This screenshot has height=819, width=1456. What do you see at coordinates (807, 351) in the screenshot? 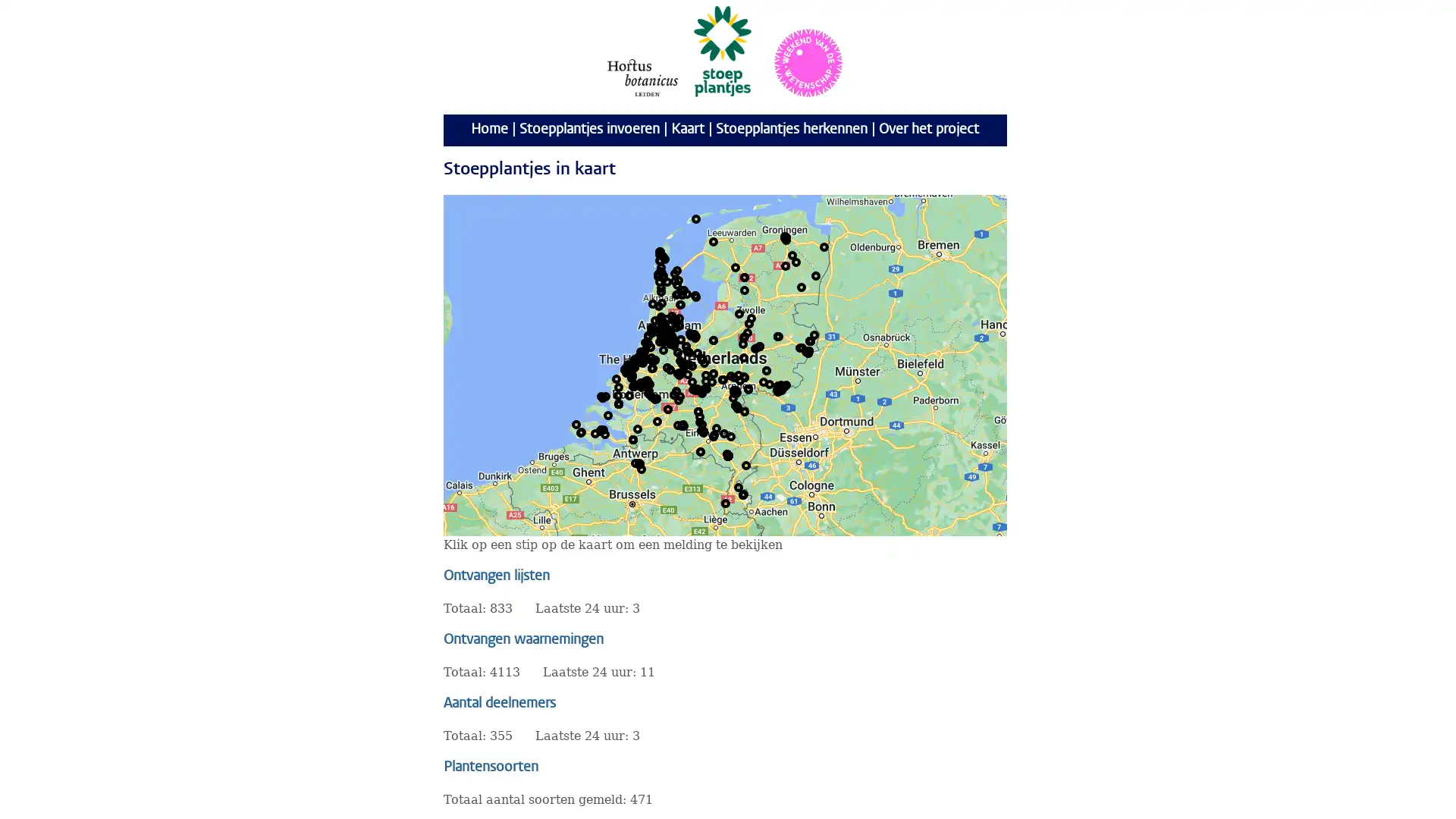
I see `Telling van Marcel Meijer Hof op 27 januari 2022` at bounding box center [807, 351].